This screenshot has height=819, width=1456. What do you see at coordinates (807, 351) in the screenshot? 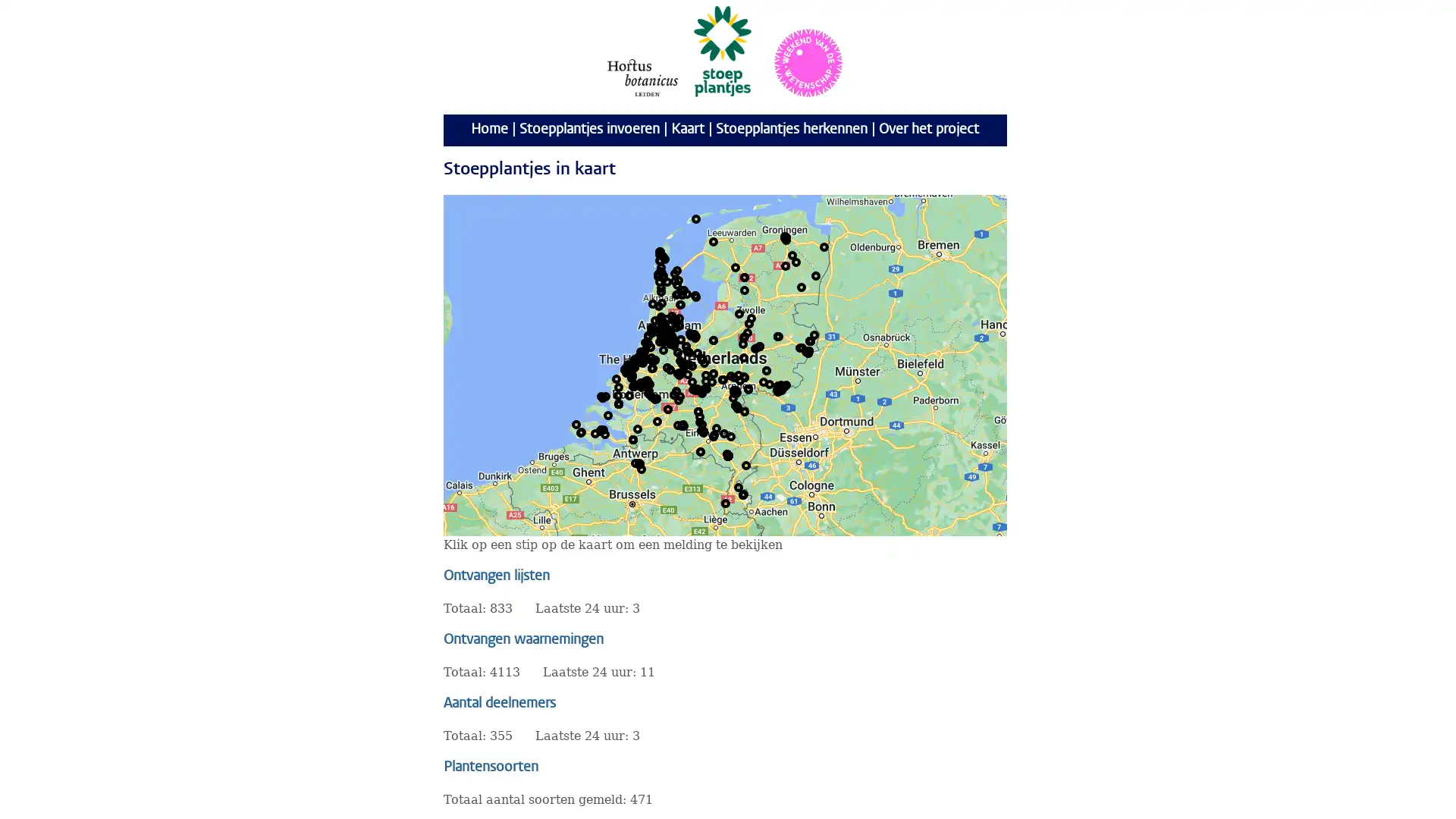
I see `Telling van Marcel Meijer Hof op 27 januari 2022` at bounding box center [807, 351].